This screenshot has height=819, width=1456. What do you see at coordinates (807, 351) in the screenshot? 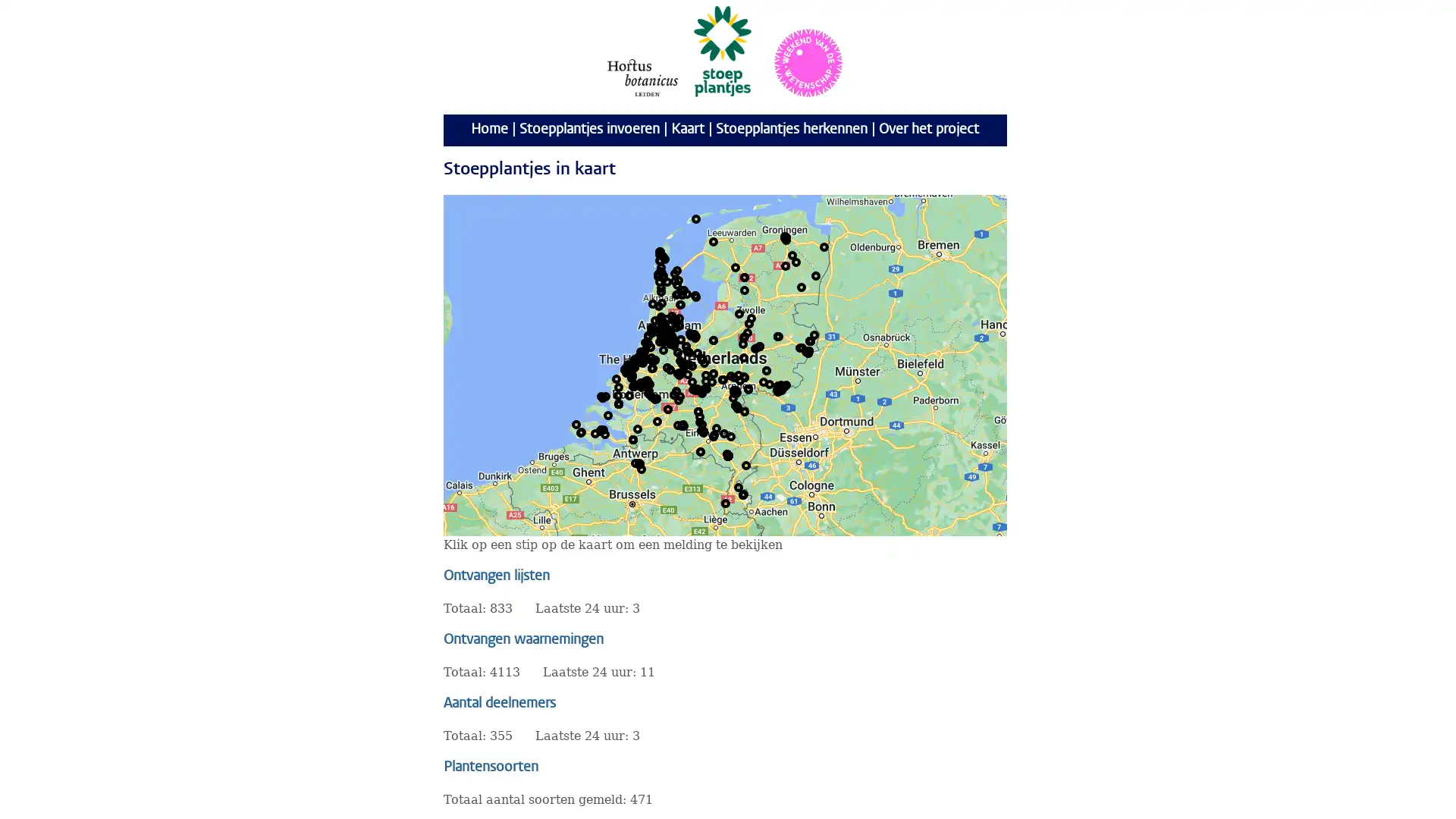
I see `Telling van Marcel Meijer Hof op 27 januari 2022` at bounding box center [807, 351].